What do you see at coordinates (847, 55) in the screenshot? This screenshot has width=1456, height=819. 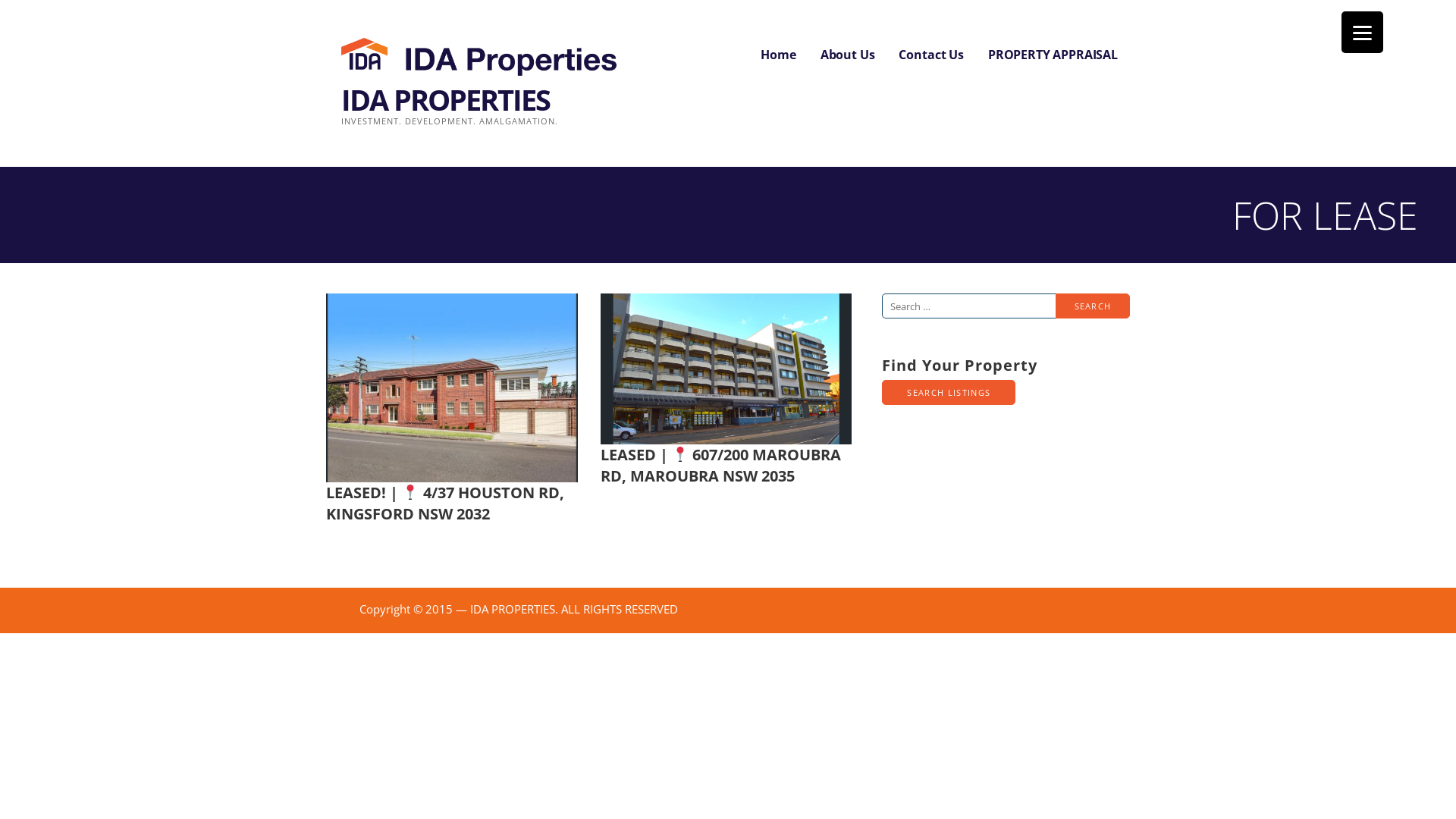 I see `'About Us'` at bounding box center [847, 55].